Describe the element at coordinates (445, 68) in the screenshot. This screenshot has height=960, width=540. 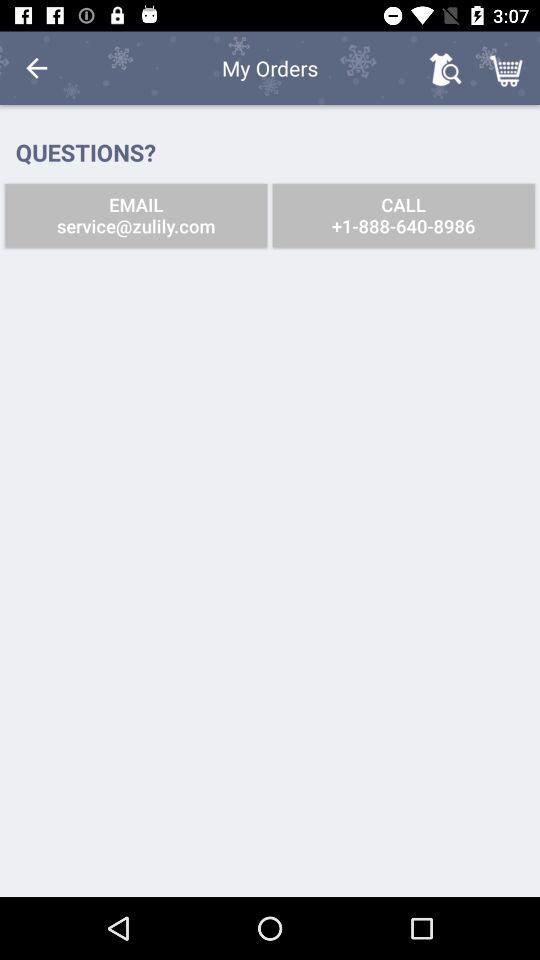
I see `the icon above the call 1 888` at that location.